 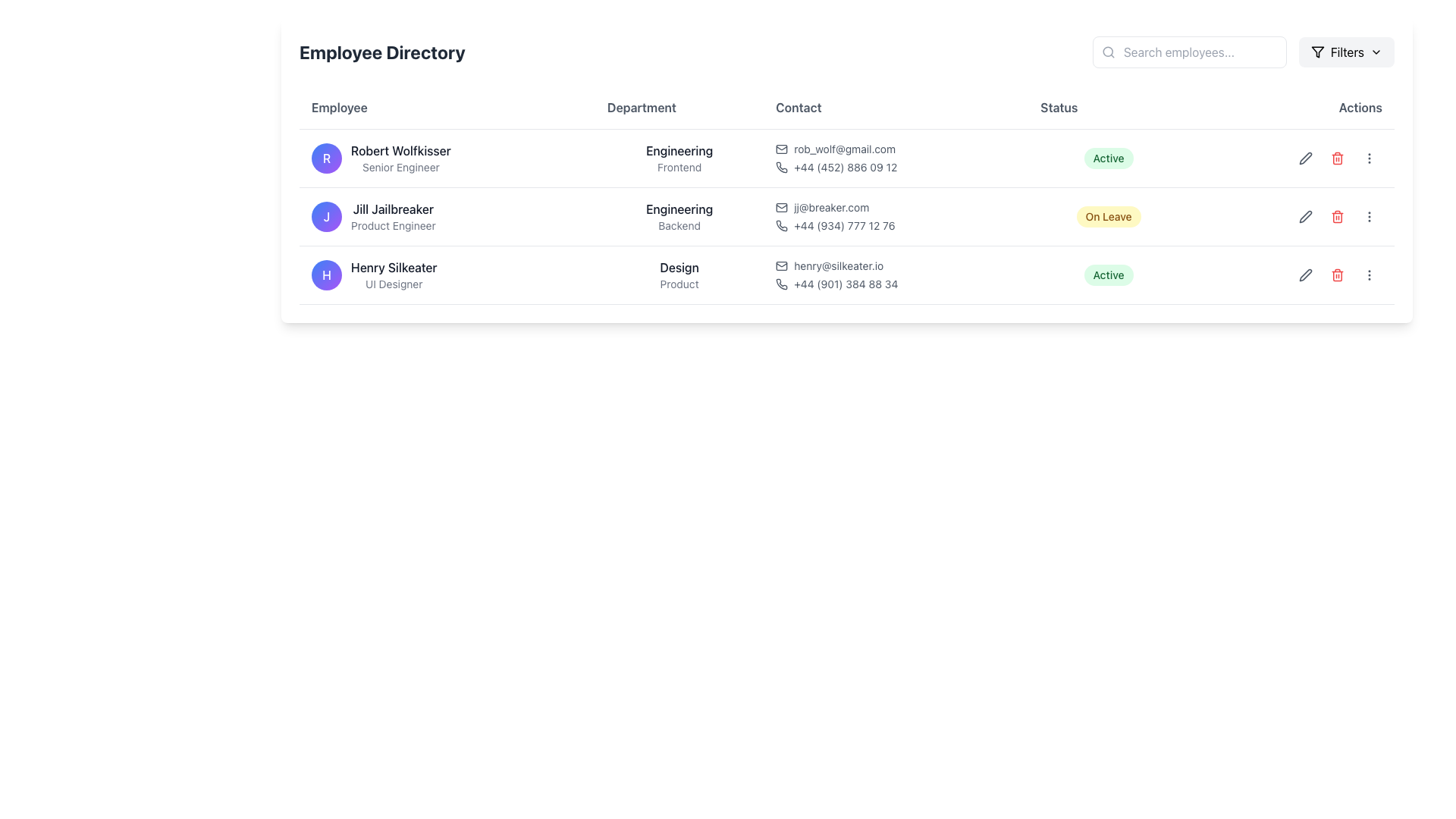 What do you see at coordinates (447, 216) in the screenshot?
I see `the profile display entry for 'Jill Jailbreaker', a Product Engineer, located in the second row of the employee directory, adjacent to department and contact columns` at bounding box center [447, 216].